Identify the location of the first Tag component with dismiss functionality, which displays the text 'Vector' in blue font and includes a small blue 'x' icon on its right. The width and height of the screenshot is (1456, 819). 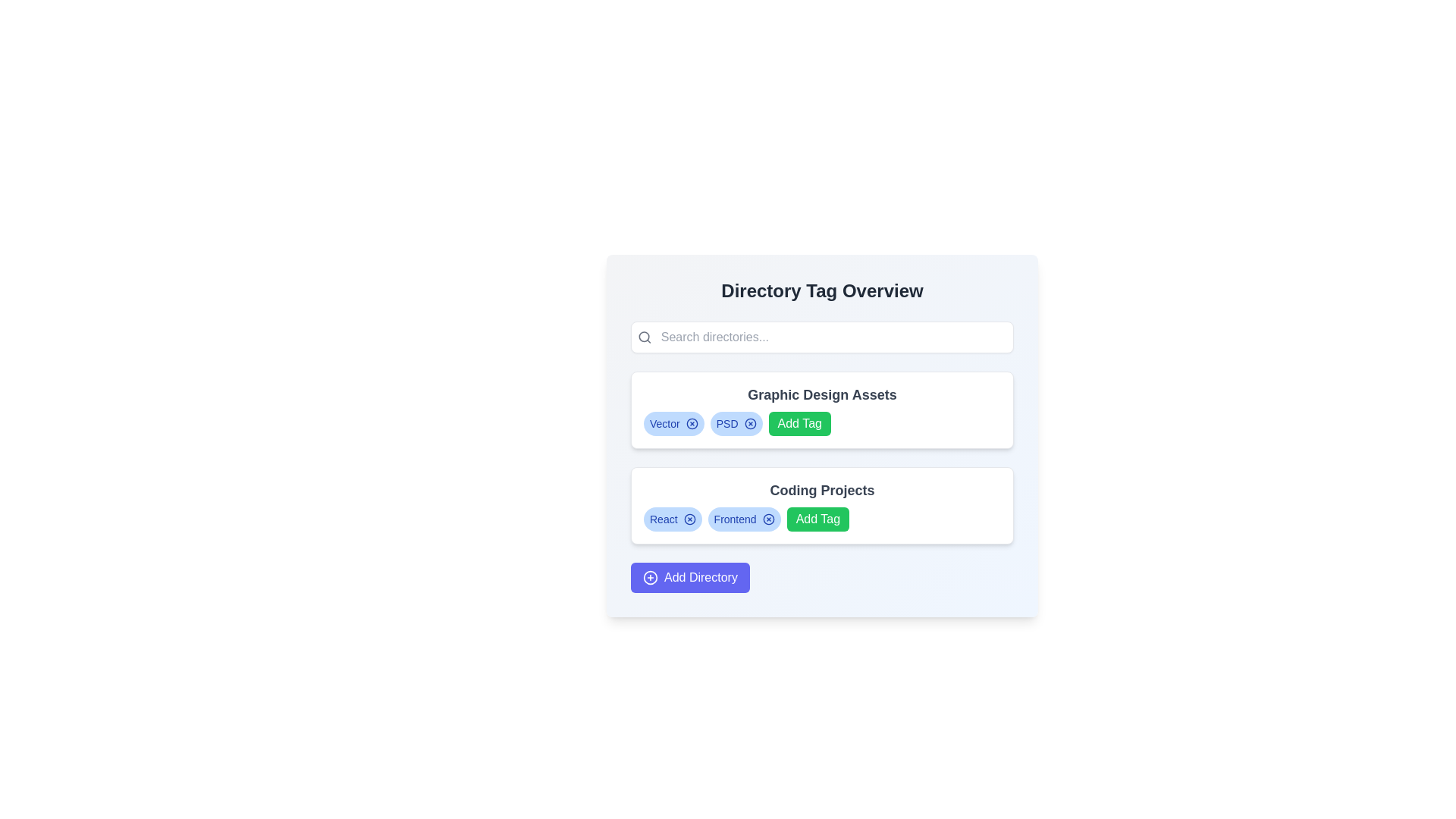
(673, 424).